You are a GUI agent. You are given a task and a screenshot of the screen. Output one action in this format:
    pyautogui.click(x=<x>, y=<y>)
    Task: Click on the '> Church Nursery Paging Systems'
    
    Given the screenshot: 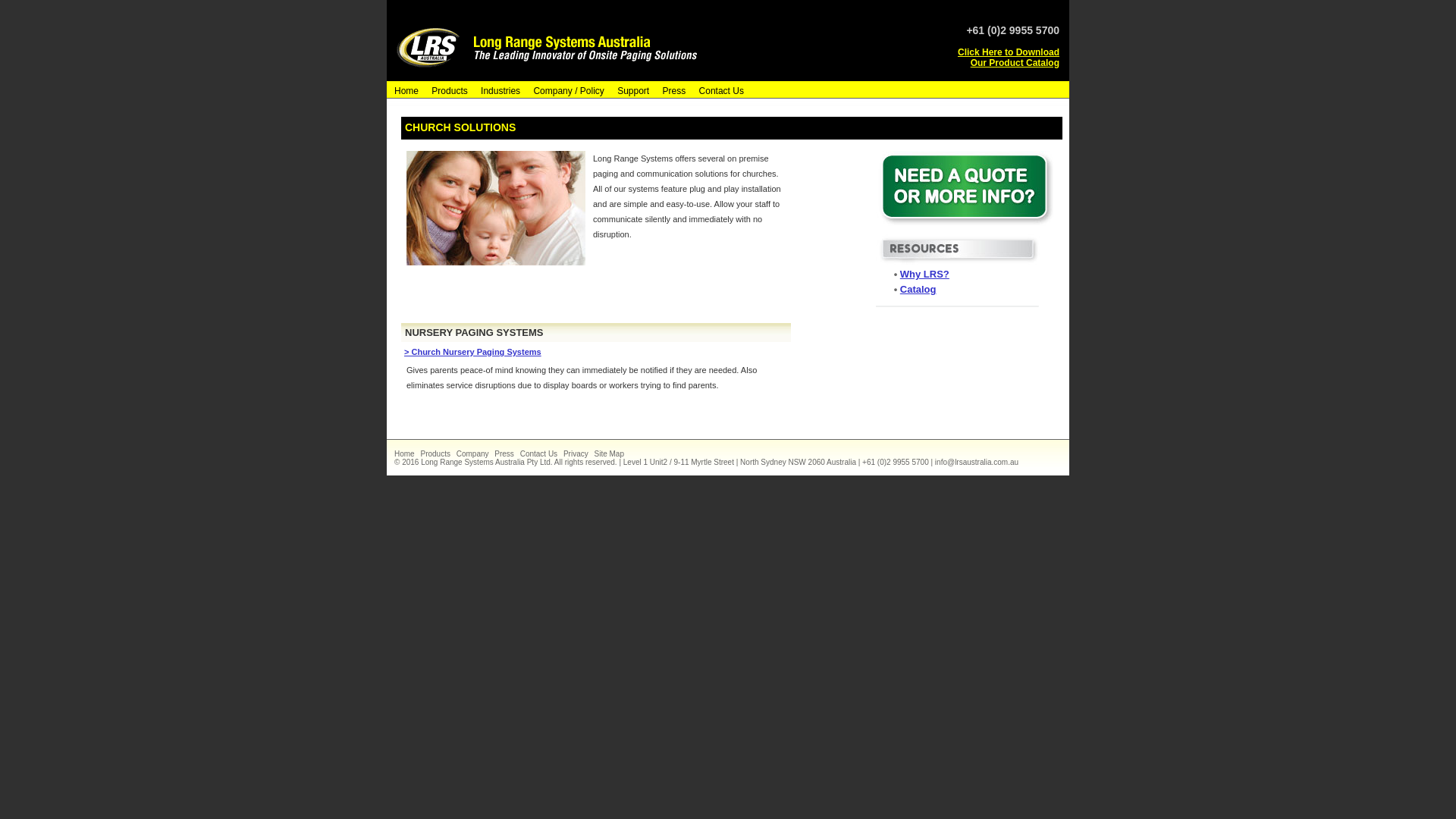 What is the action you would take?
    pyautogui.click(x=472, y=351)
    